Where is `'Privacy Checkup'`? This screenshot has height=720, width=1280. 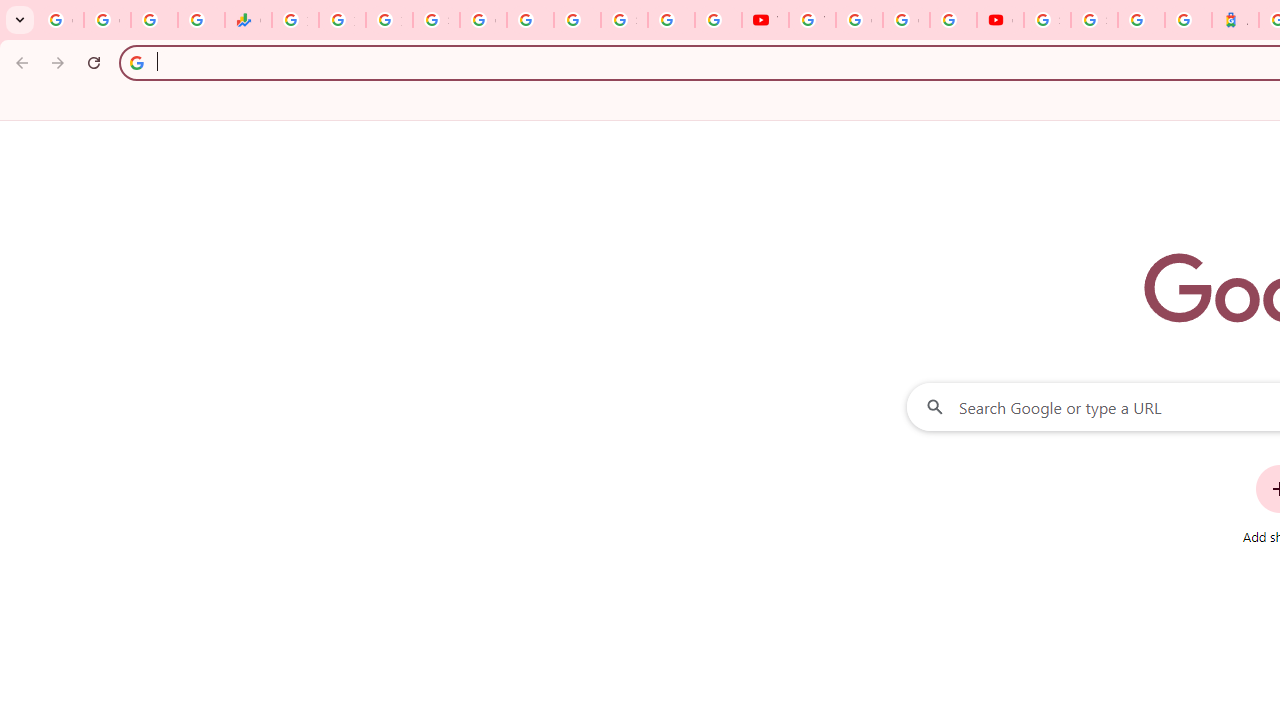
'Privacy Checkup' is located at coordinates (718, 20).